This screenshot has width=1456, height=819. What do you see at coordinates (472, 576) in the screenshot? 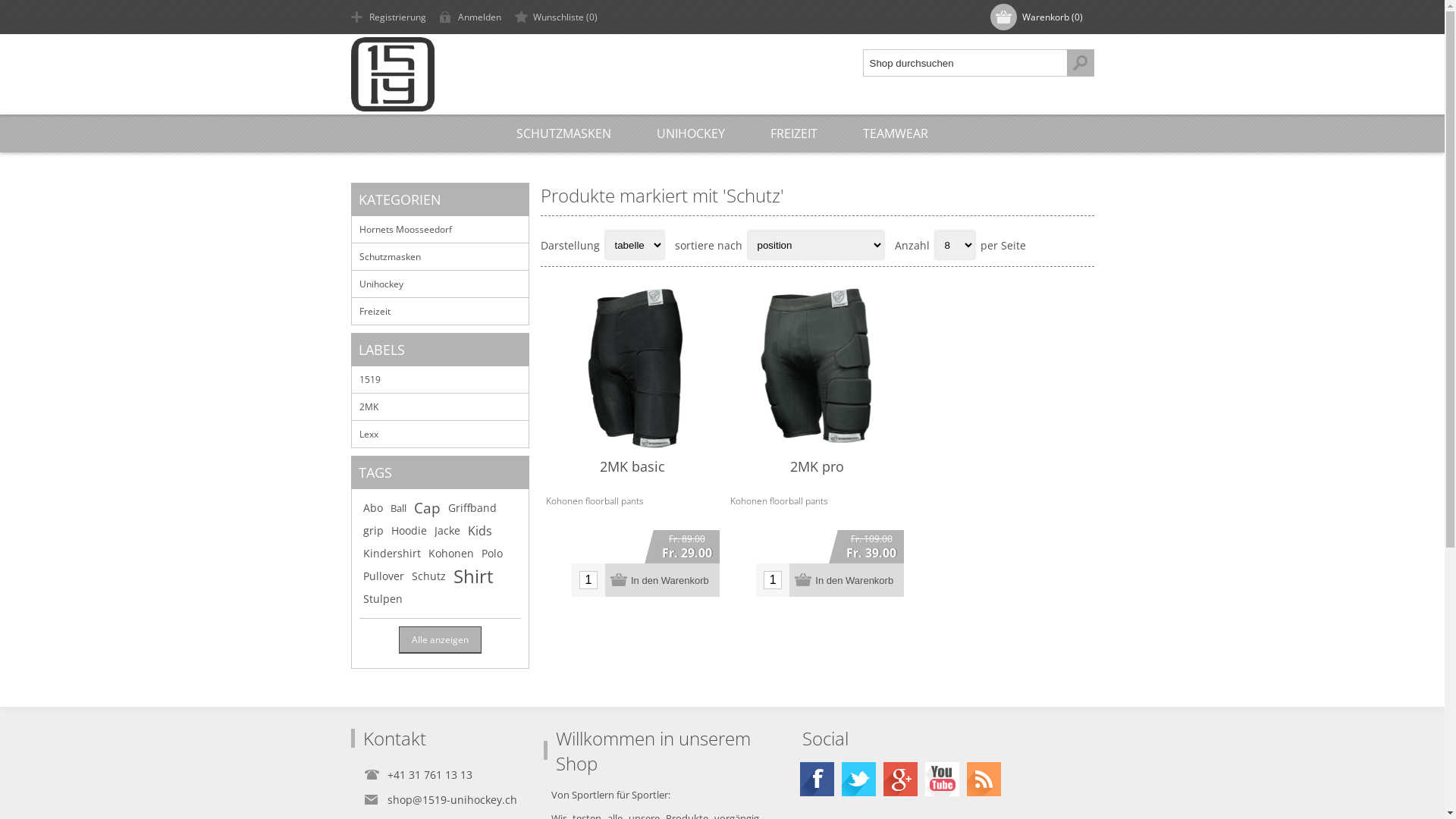
I see `'Shirt'` at bounding box center [472, 576].